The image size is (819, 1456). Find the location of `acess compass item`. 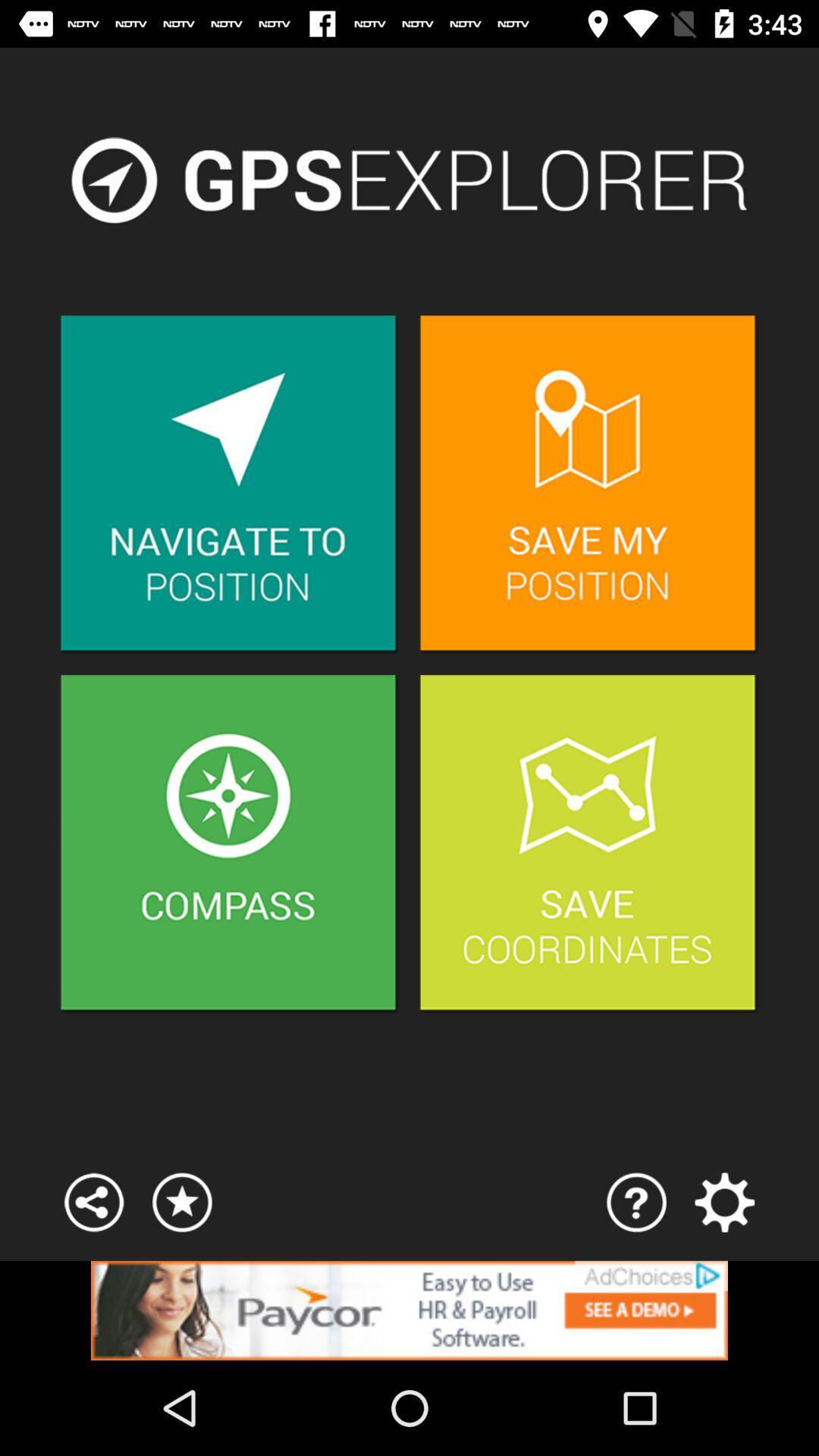

acess compass item is located at coordinates (230, 843).